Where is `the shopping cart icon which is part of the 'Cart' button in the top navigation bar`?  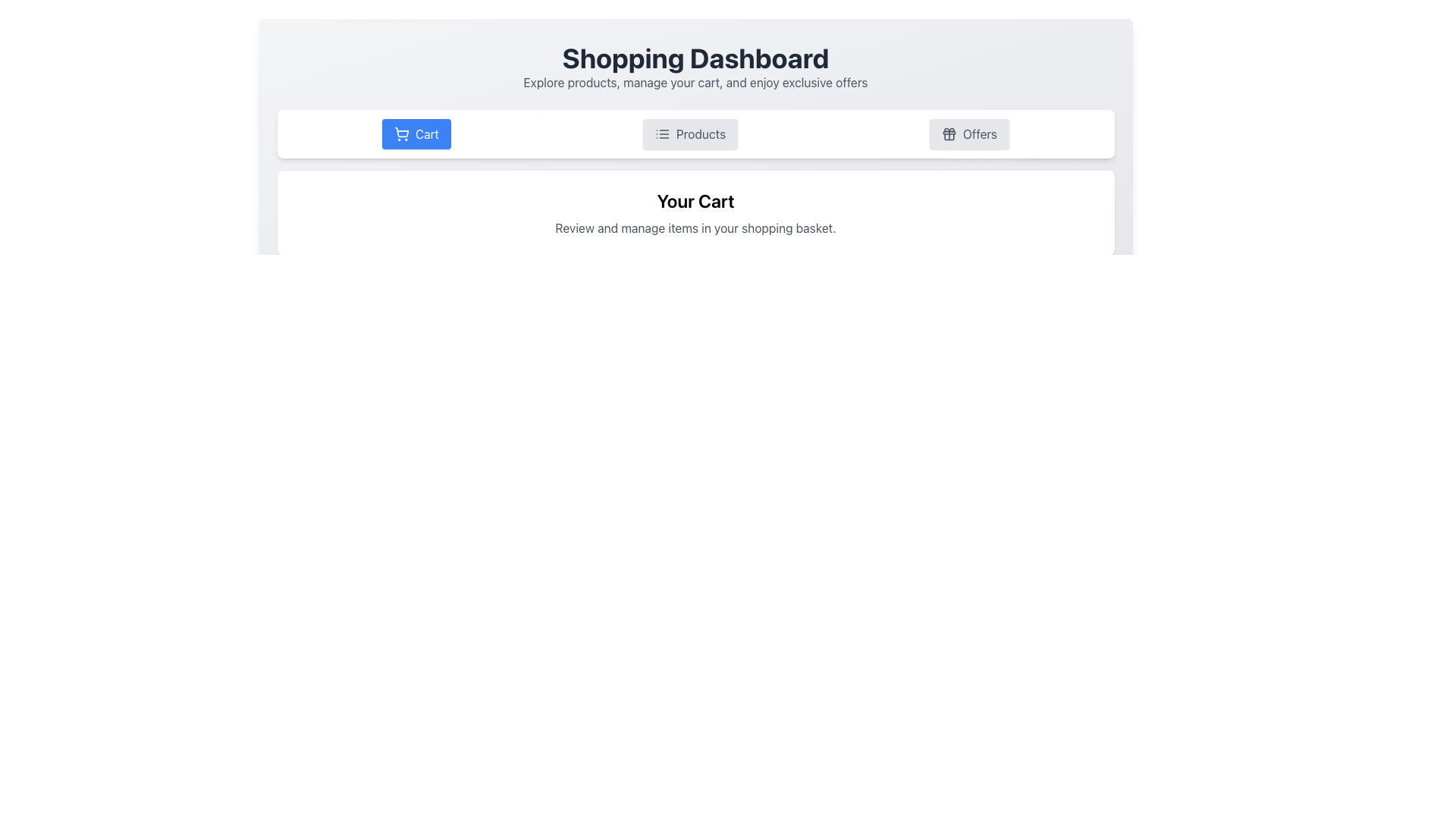
the shopping cart icon which is part of the 'Cart' button in the top navigation bar is located at coordinates (401, 133).